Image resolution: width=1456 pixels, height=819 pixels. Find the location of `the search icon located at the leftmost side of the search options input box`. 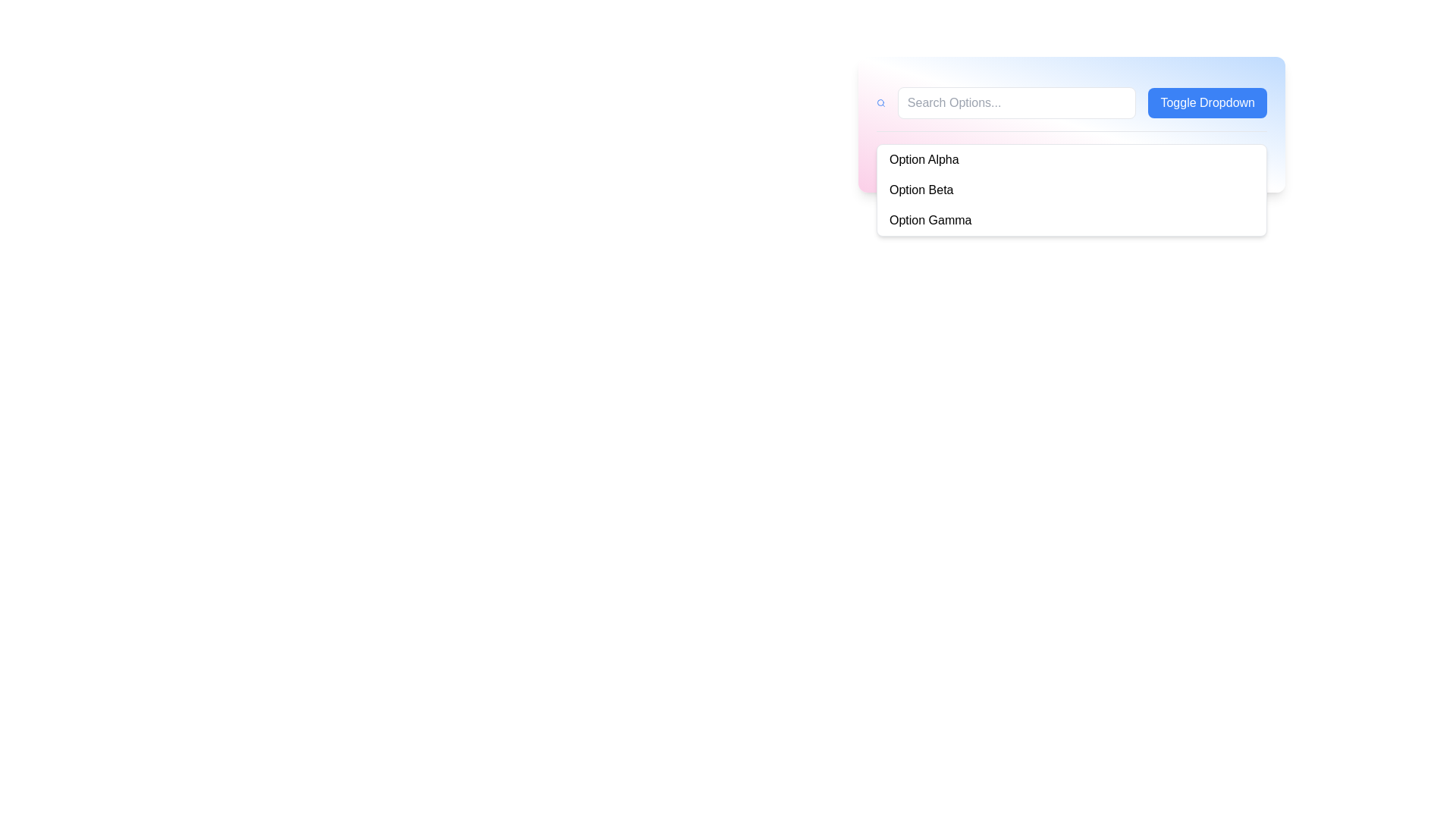

the search icon located at the leftmost side of the search options input box is located at coordinates (880, 102).